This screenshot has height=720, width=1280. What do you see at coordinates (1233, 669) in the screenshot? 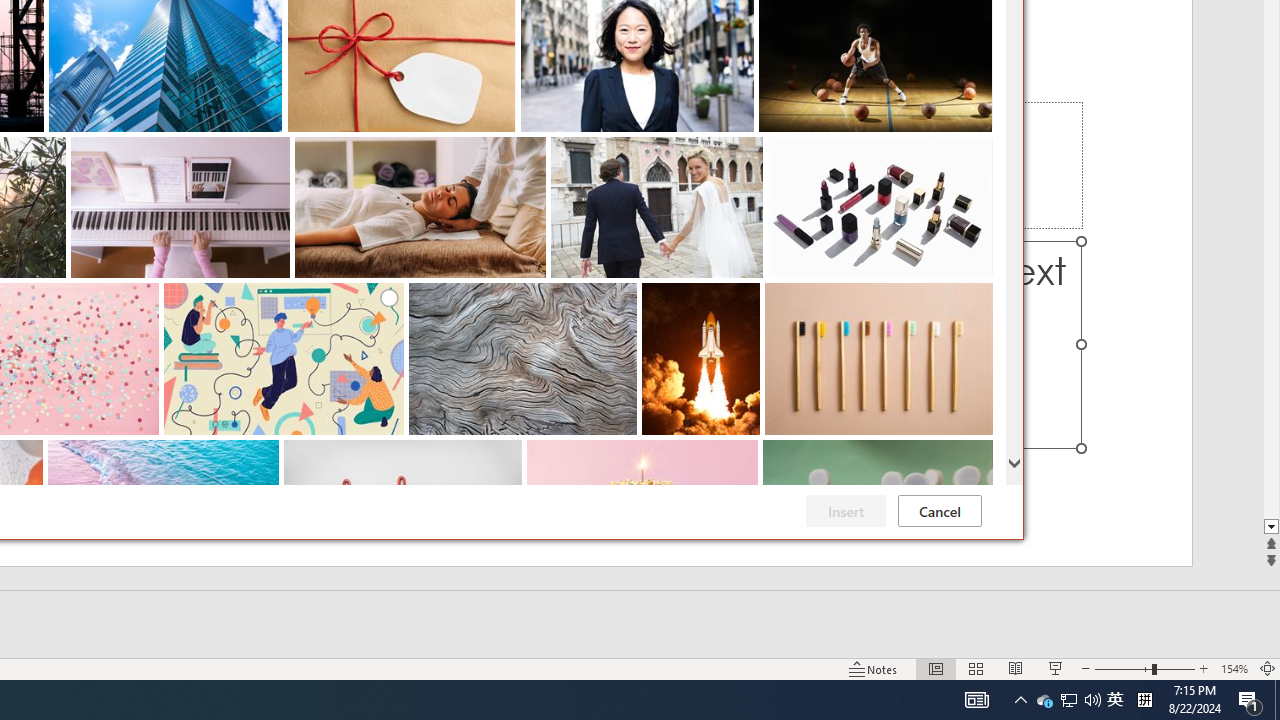
I see `'Zoom 154%'` at bounding box center [1233, 669].